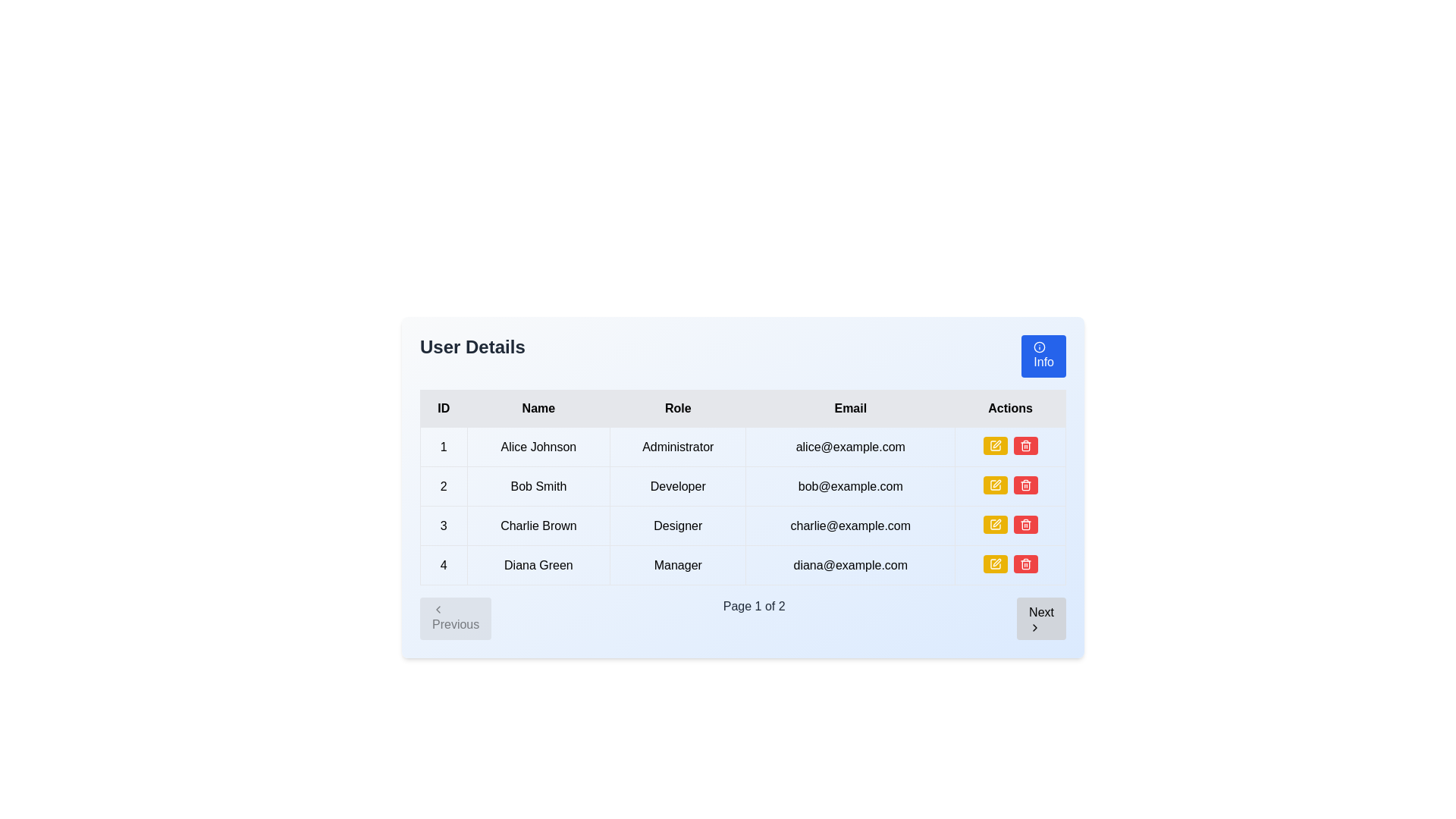  Describe the element at coordinates (742, 564) in the screenshot. I see `to select the table row containing information for 'Diana Green', which includes ID '4', name 'Diana Green', role 'Manager', and email 'diana@example.com'` at that location.